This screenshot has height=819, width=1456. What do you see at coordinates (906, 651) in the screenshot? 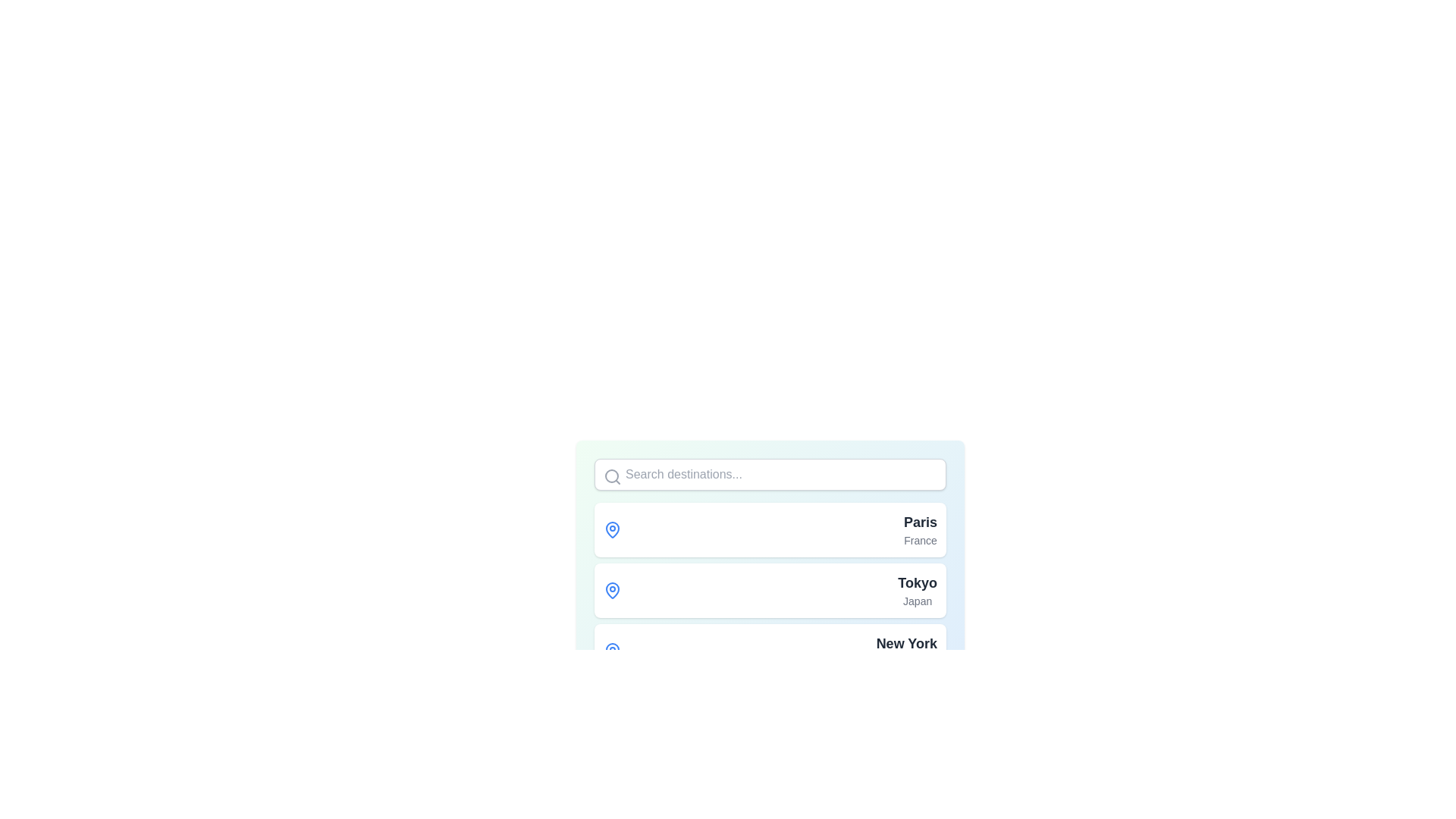
I see `the text label displaying 'New York' with 'USA' below it in the bottom-most box of the vertical list` at bounding box center [906, 651].